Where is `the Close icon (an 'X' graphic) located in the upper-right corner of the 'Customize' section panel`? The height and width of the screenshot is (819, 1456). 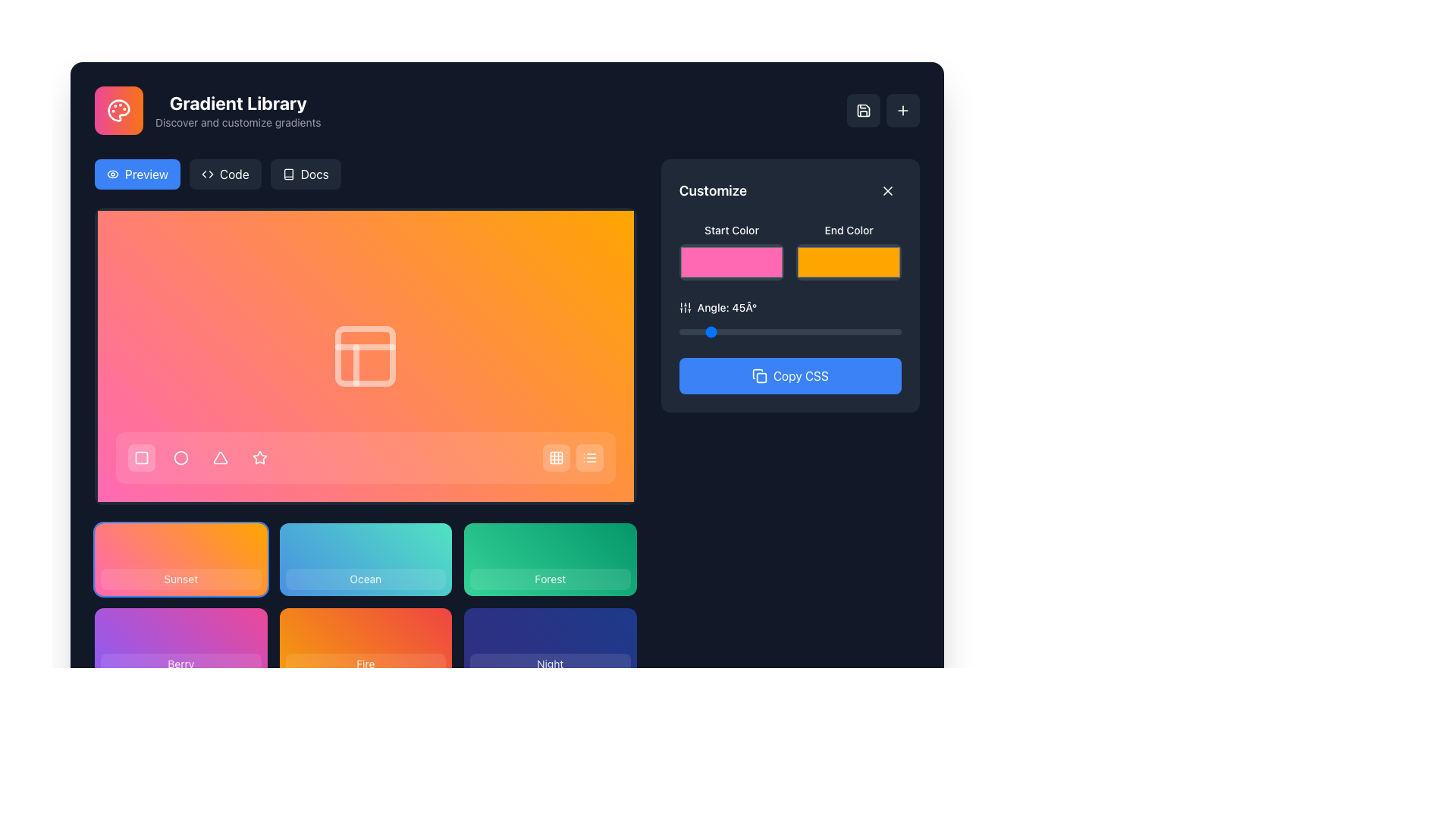
the Close icon (an 'X' graphic) located in the upper-right corner of the 'Customize' section panel is located at coordinates (888, 190).